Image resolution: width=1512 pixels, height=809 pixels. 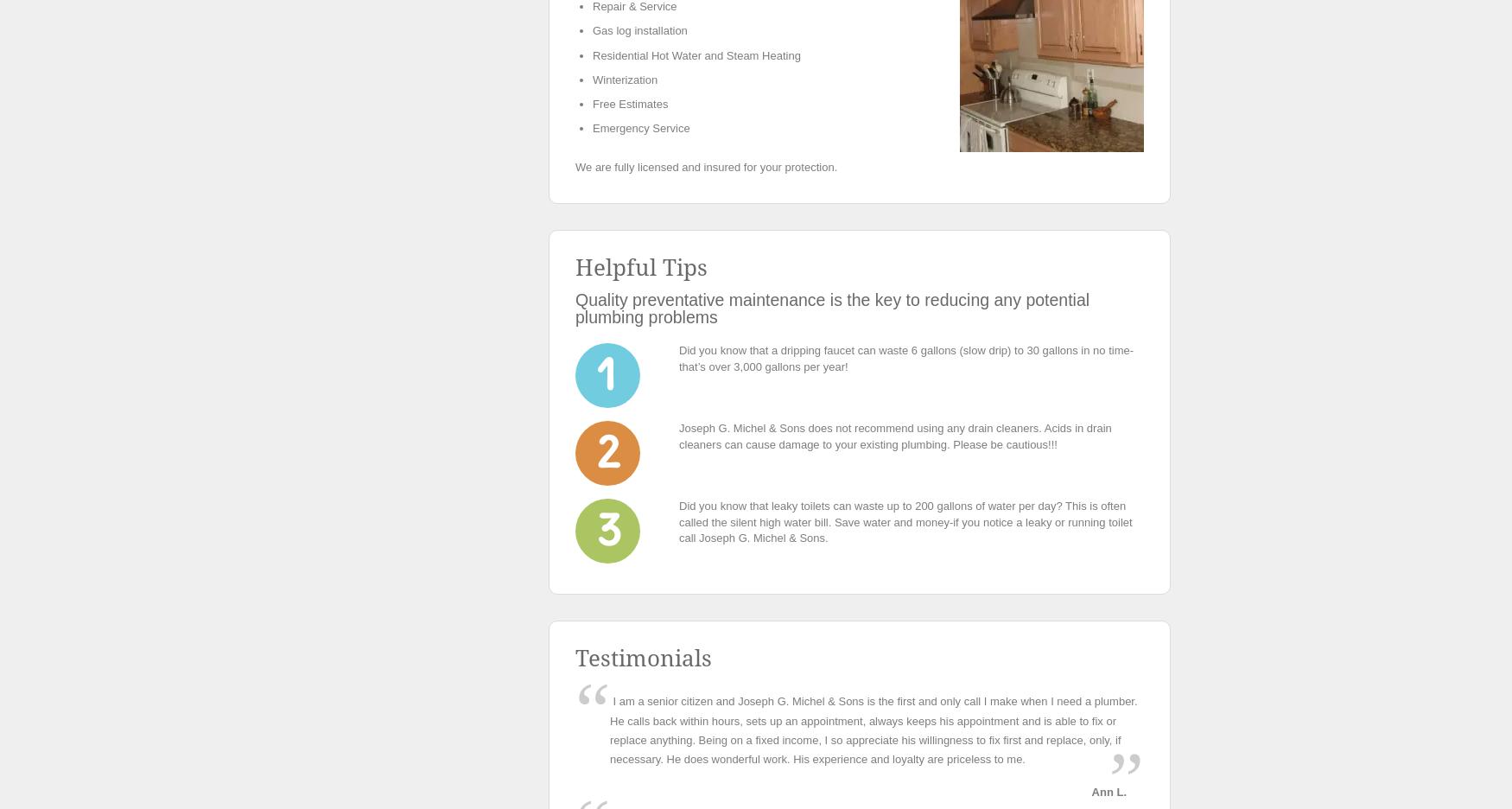 What do you see at coordinates (894, 435) in the screenshot?
I see `'Joseph G. Michel & Sons does not recommend using any drain cleaners. Acids in drain cleaners can cause damage to your existing plumbing. Please be cautious!!!'` at bounding box center [894, 435].